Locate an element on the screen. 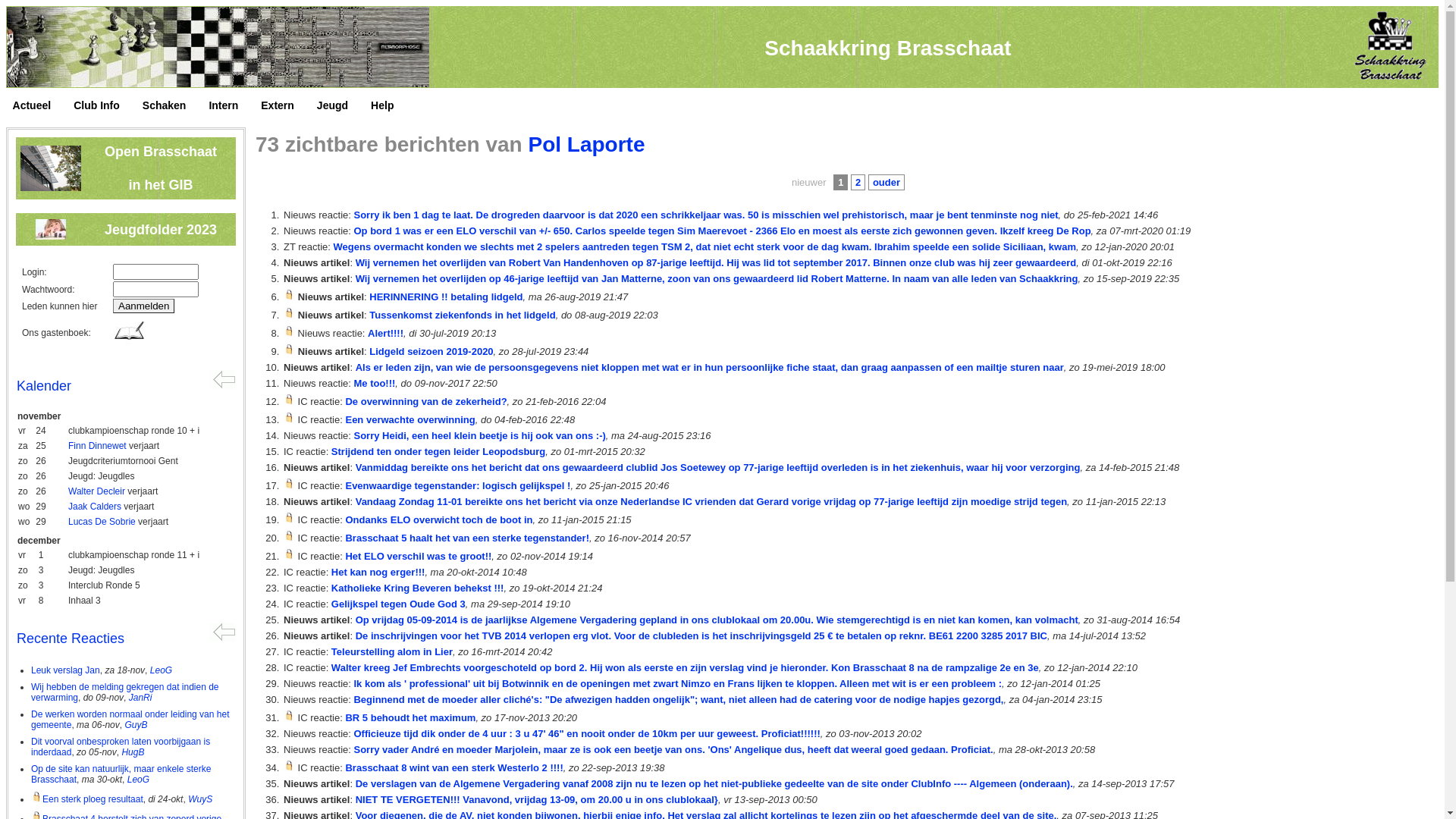  'Finn Dinnewet' is located at coordinates (96, 444).